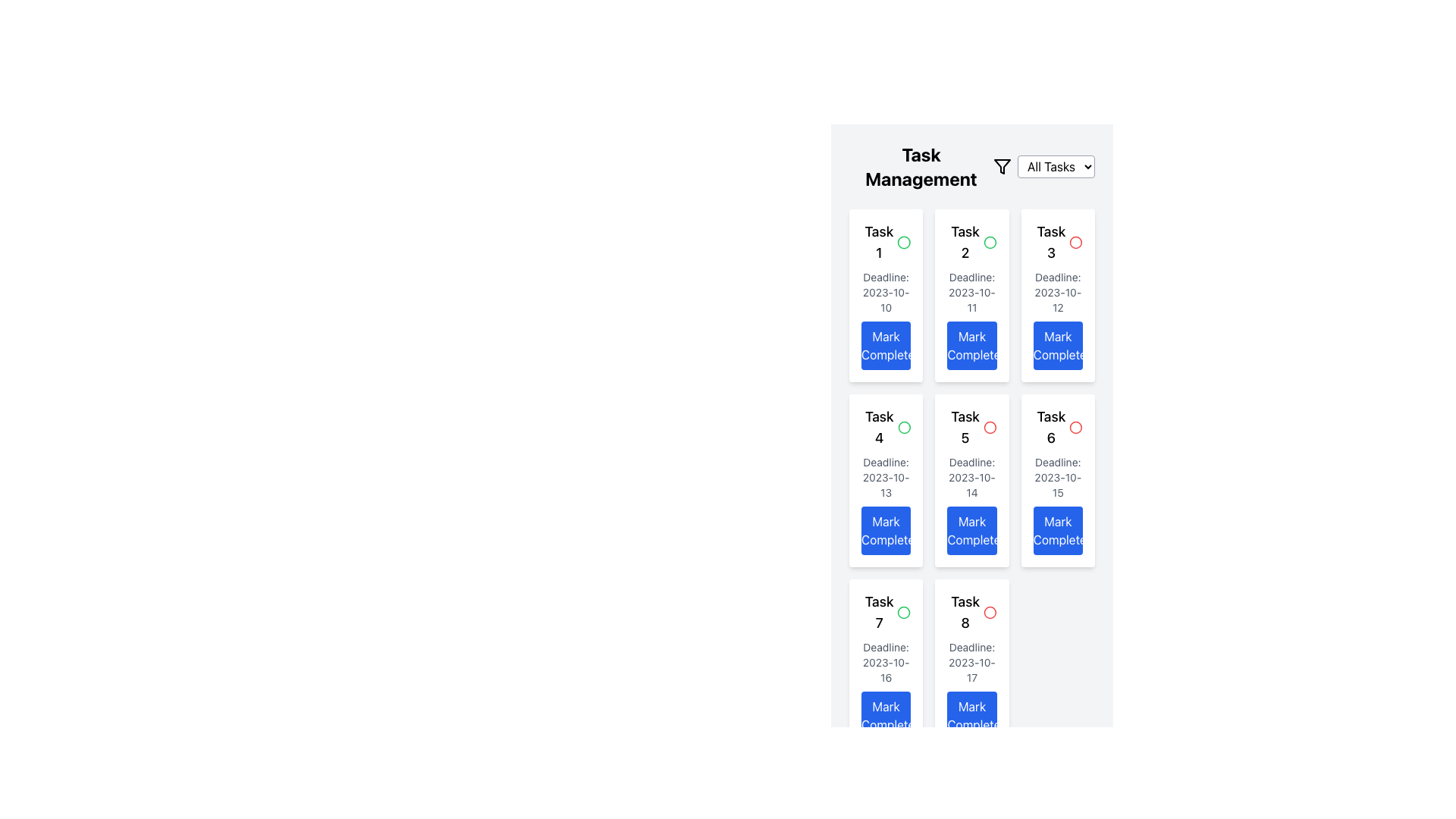 This screenshot has width=1456, height=819. Describe the element at coordinates (1043, 166) in the screenshot. I see `the dropdown menu located at the top-right corner of the content area, which contains options like 'All Tasks', 'Work', 'Personal'` at that location.